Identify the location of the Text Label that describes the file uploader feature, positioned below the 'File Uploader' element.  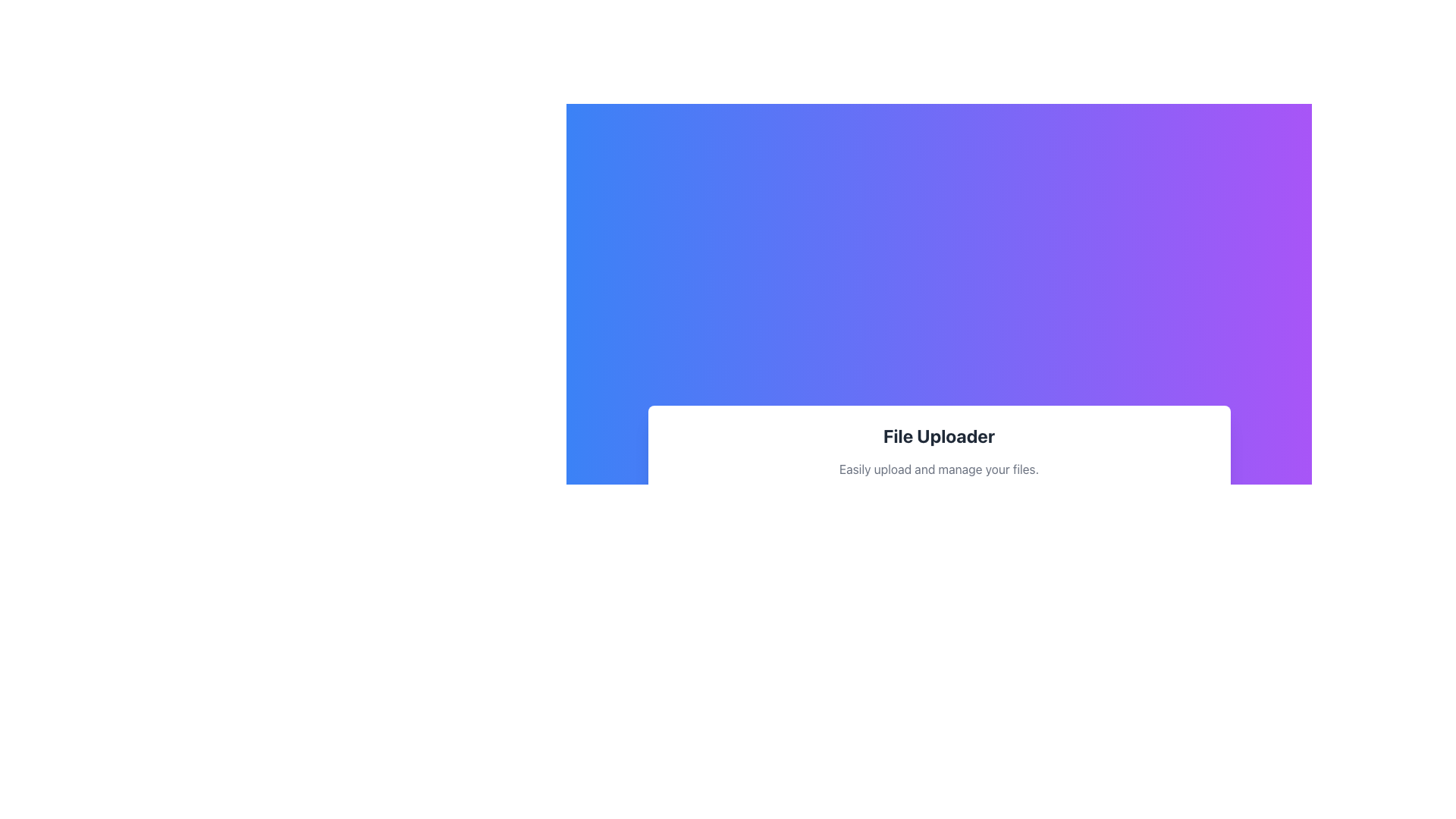
(938, 468).